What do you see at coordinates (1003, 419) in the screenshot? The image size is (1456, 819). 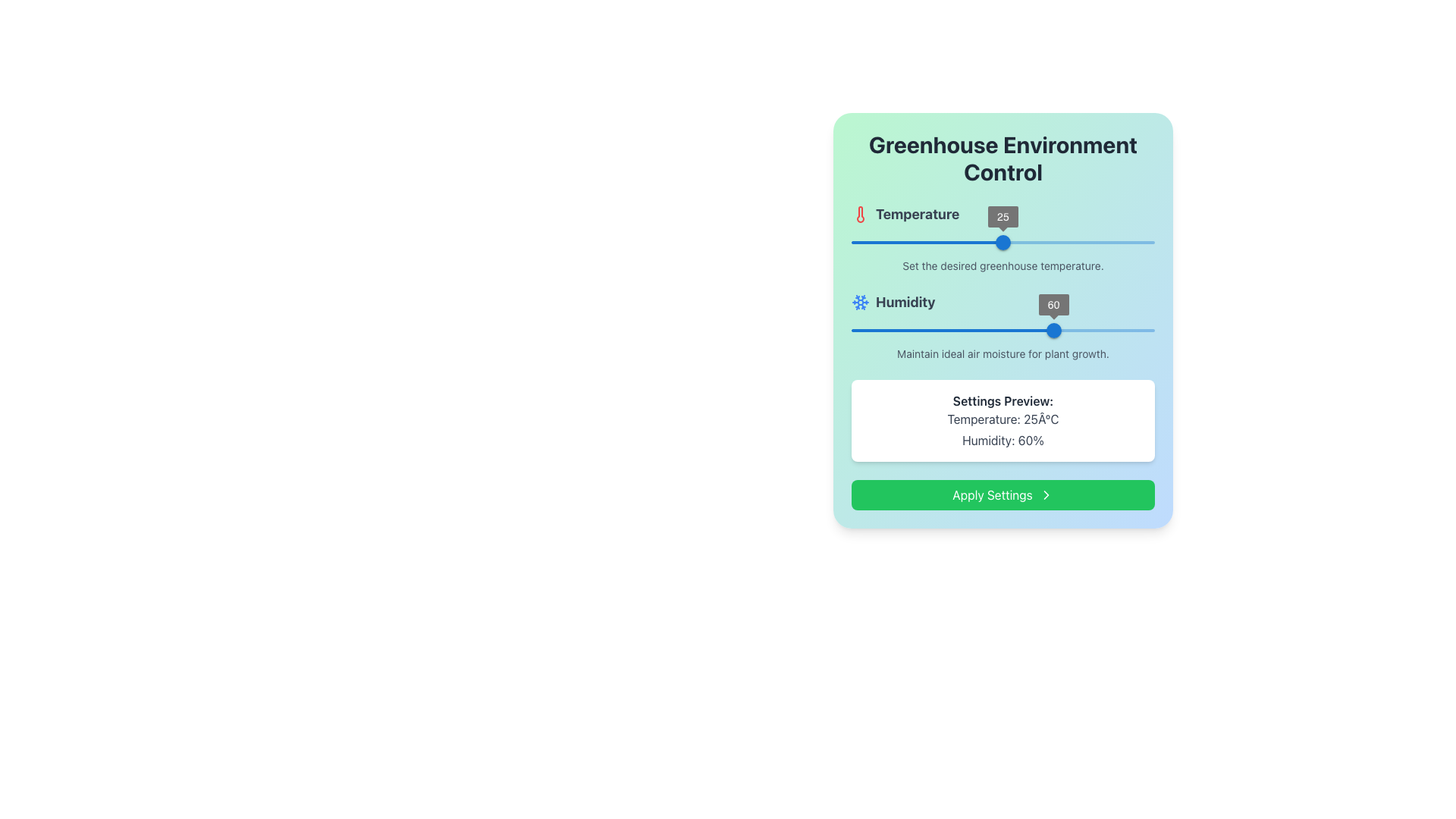 I see `the static text element displaying 'Temperature: 25°C', which is located below the sliders labeled 'Temperature' and 'Humidity', and is the first line in the summary group` at bounding box center [1003, 419].